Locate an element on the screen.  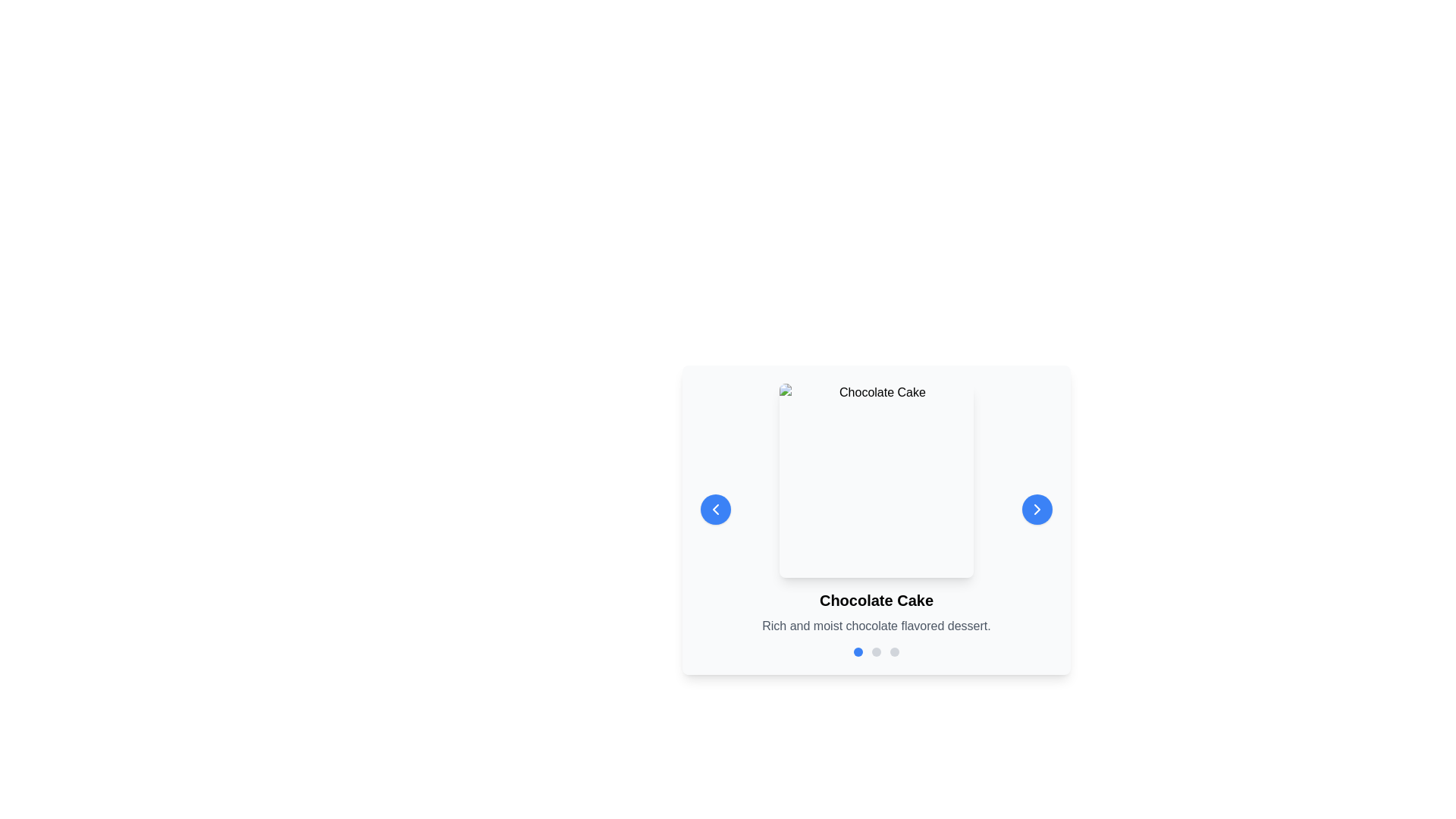
the right-pointing chevron arrow icon inside the blue circular button is located at coordinates (1037, 509).